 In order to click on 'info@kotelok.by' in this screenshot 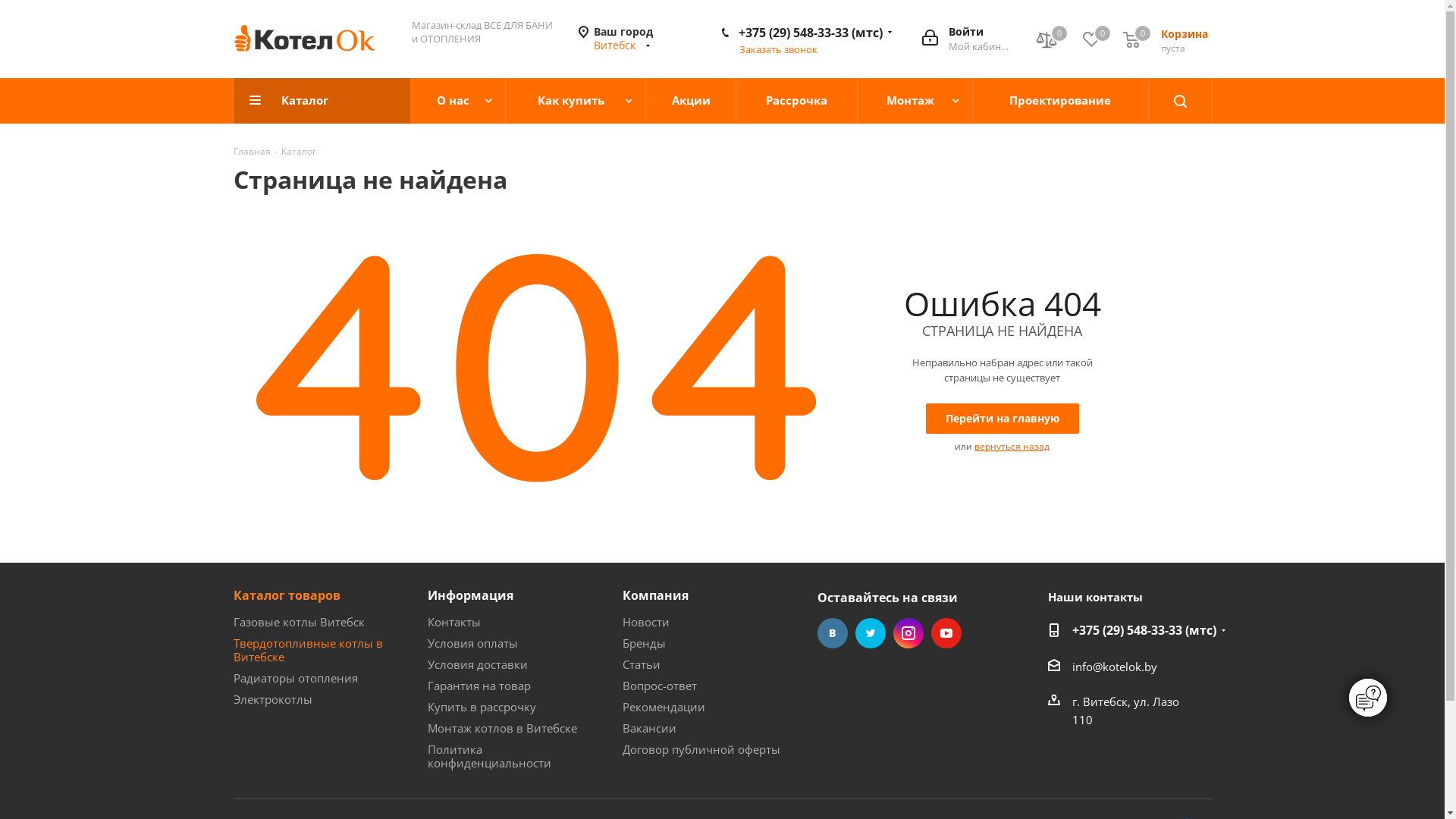, I will do `click(1114, 666)`.